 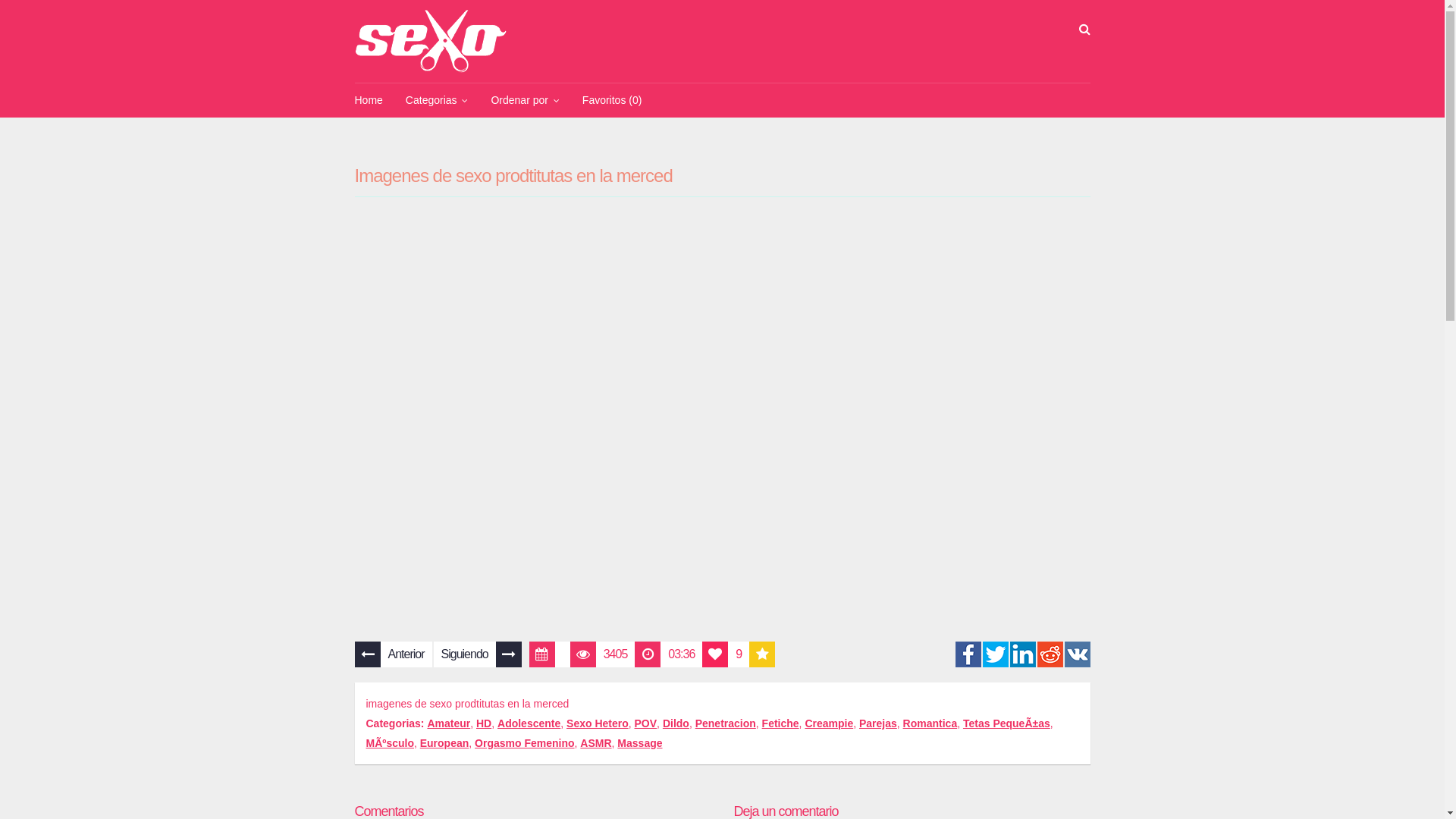 I want to click on 'Ordenar por', so click(x=479, y=100).